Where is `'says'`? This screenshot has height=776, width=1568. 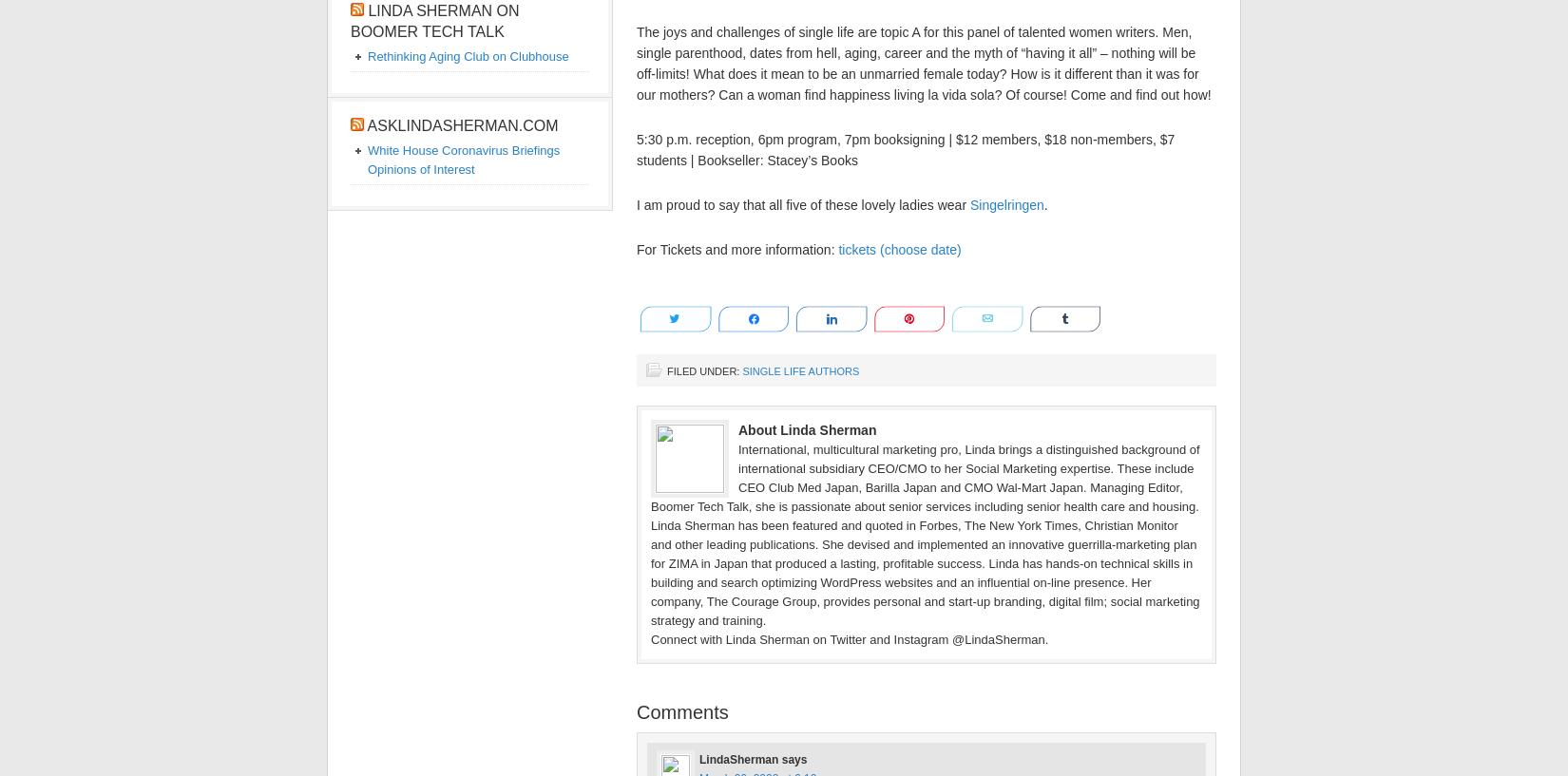 'says' is located at coordinates (794, 760).